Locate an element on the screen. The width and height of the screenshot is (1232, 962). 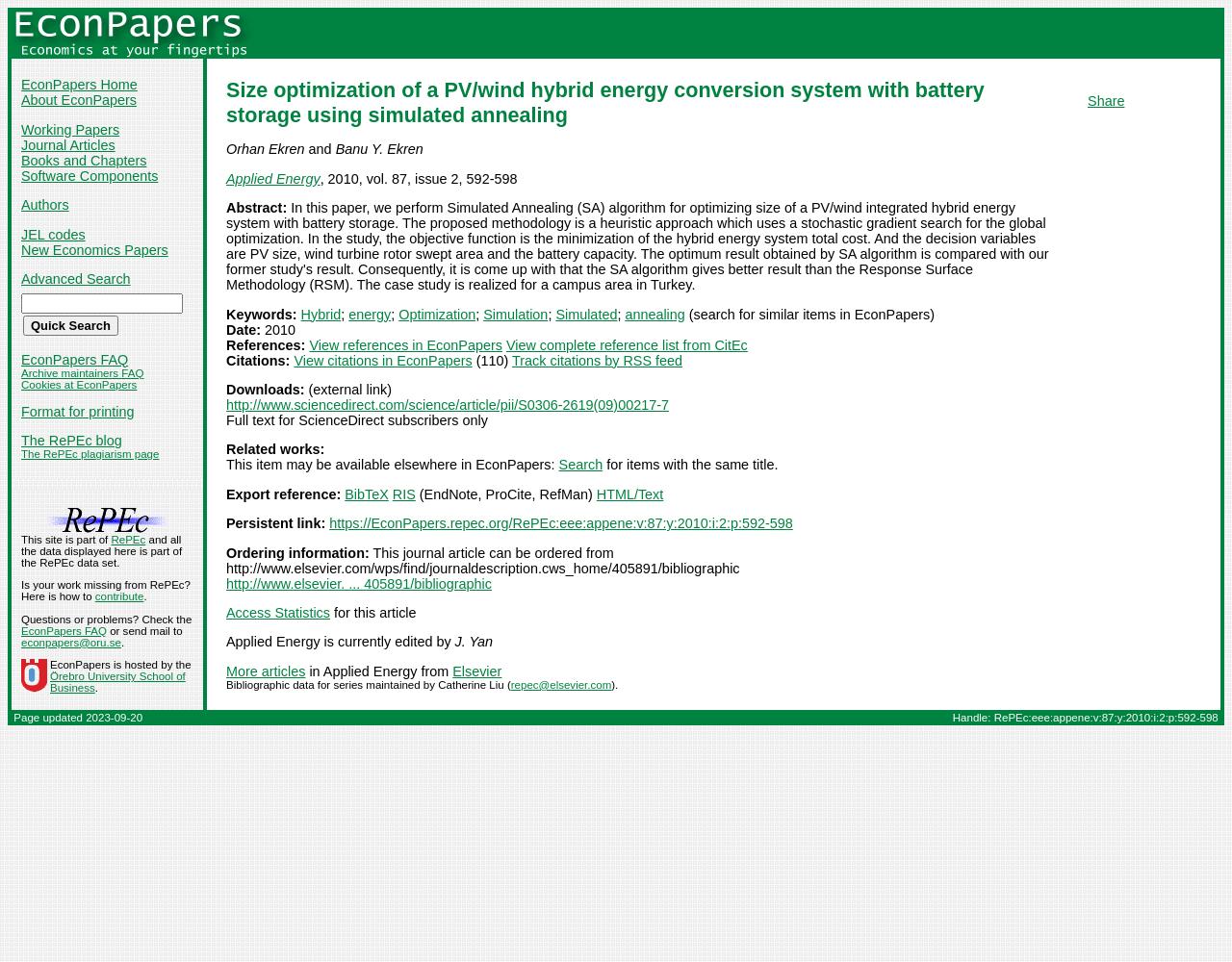
'energy' is located at coordinates (370, 313).